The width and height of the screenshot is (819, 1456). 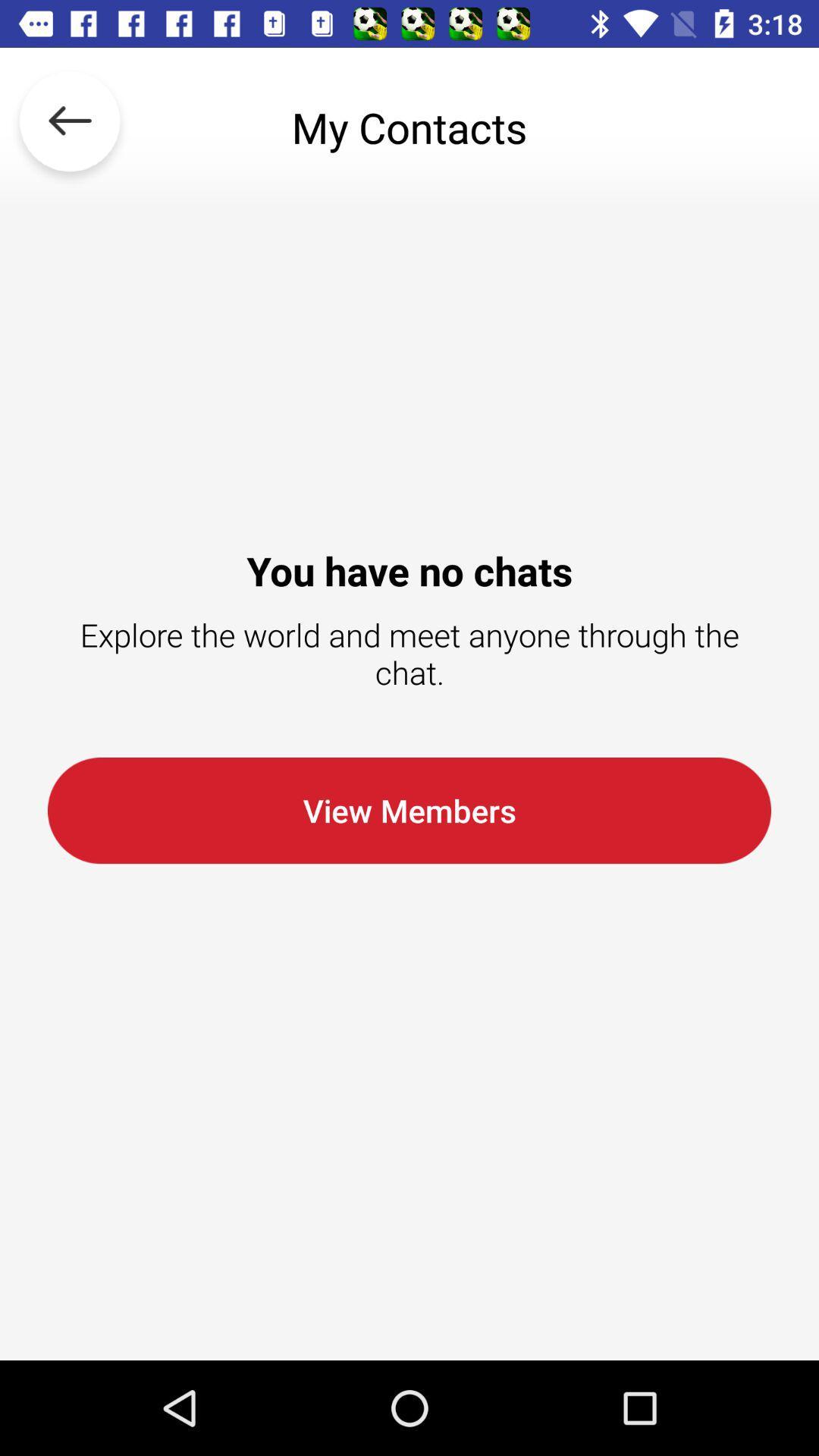 I want to click on the view members, so click(x=409, y=810).